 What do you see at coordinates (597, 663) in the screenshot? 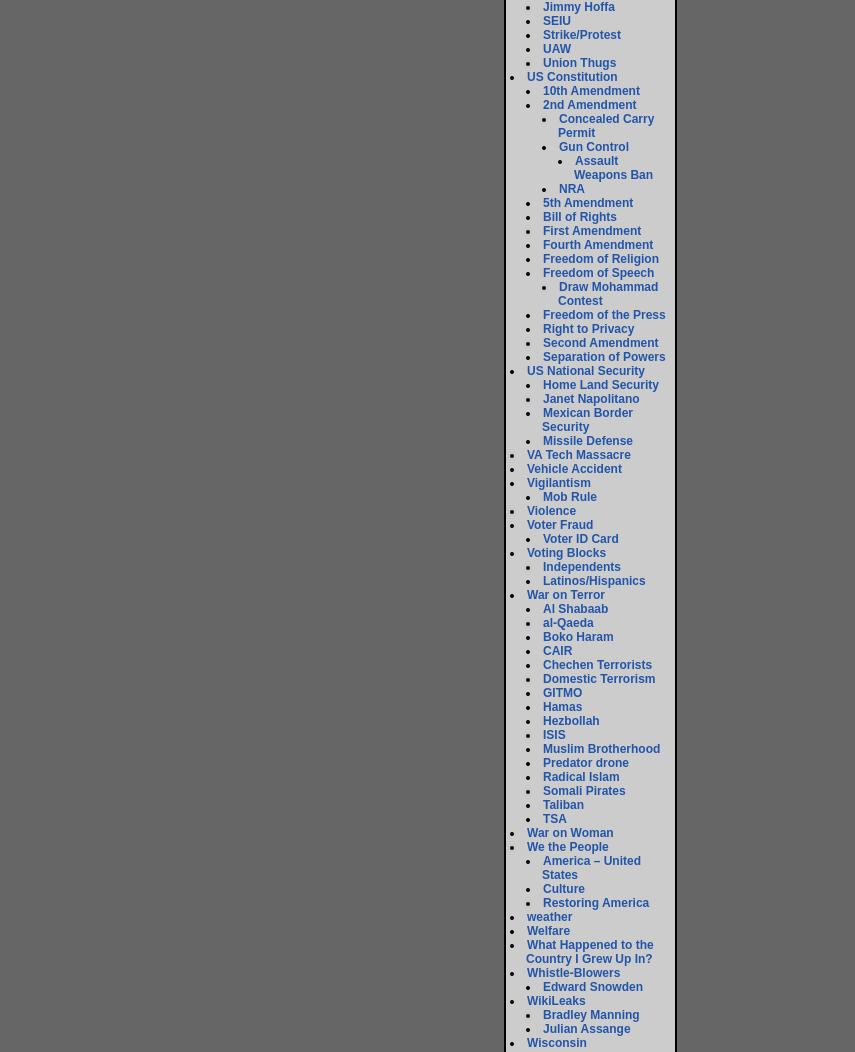
I see `'Chechen Terrorists'` at bounding box center [597, 663].